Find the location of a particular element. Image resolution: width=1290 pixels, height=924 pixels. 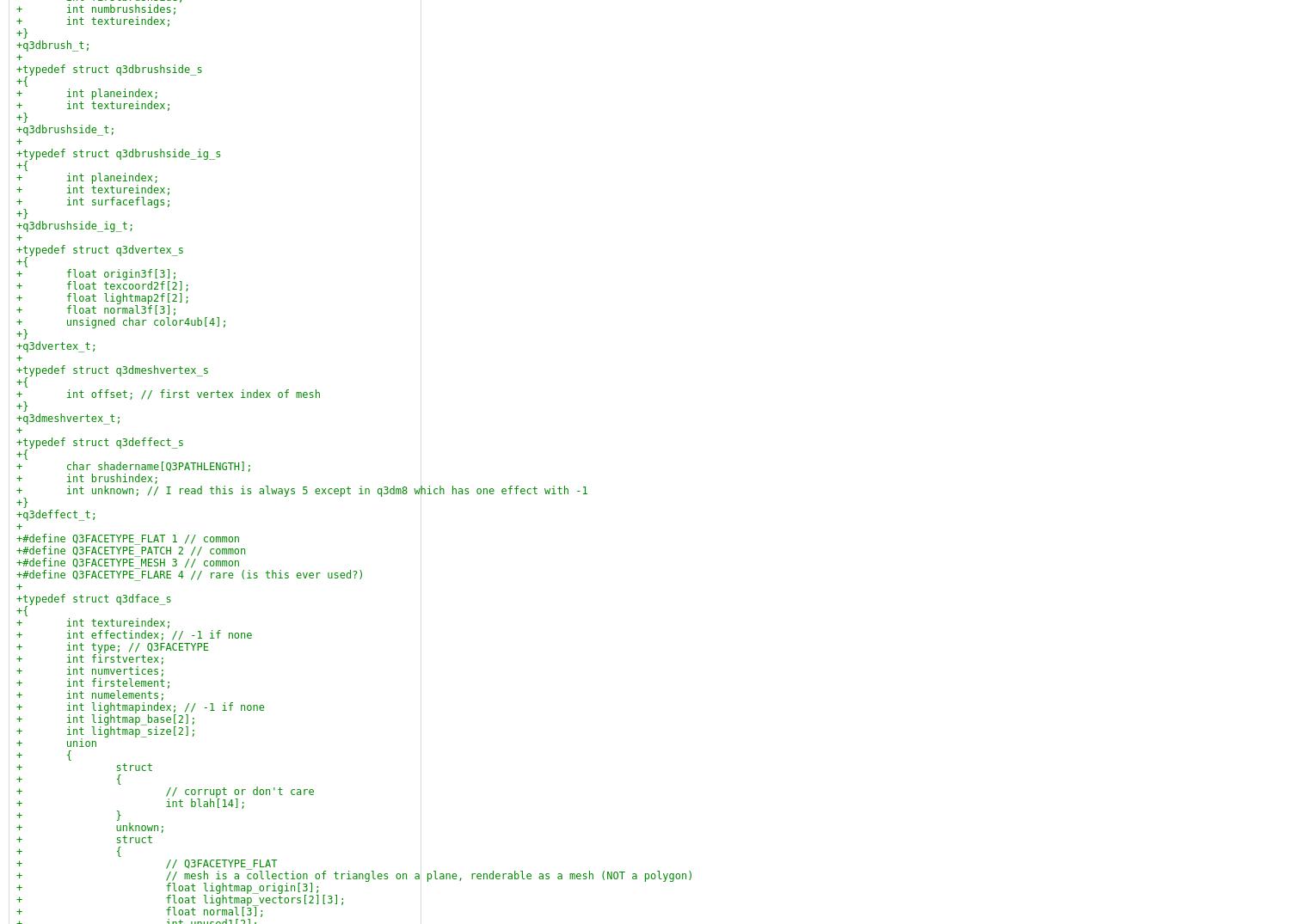

'+                       float lightmap_vectors[2][3];' is located at coordinates (180, 900).